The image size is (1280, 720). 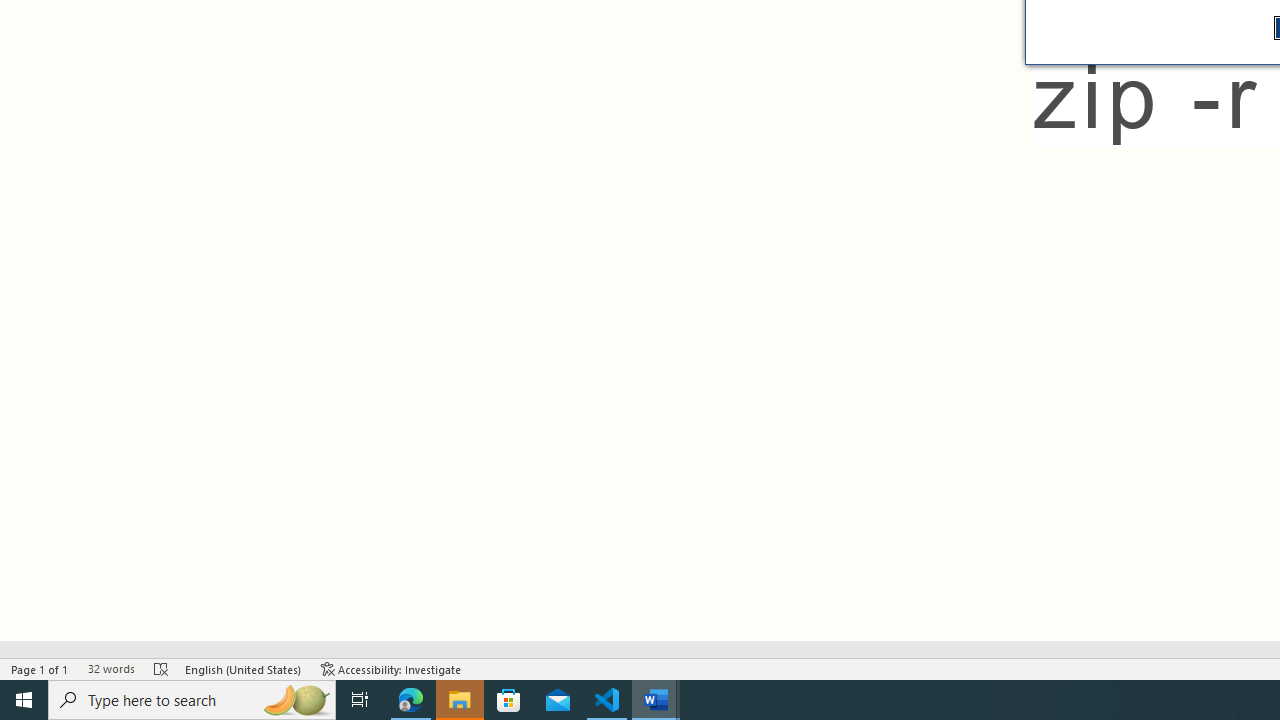 What do you see at coordinates (410, 698) in the screenshot?
I see `'Microsoft Edge - 1 running window'` at bounding box center [410, 698].